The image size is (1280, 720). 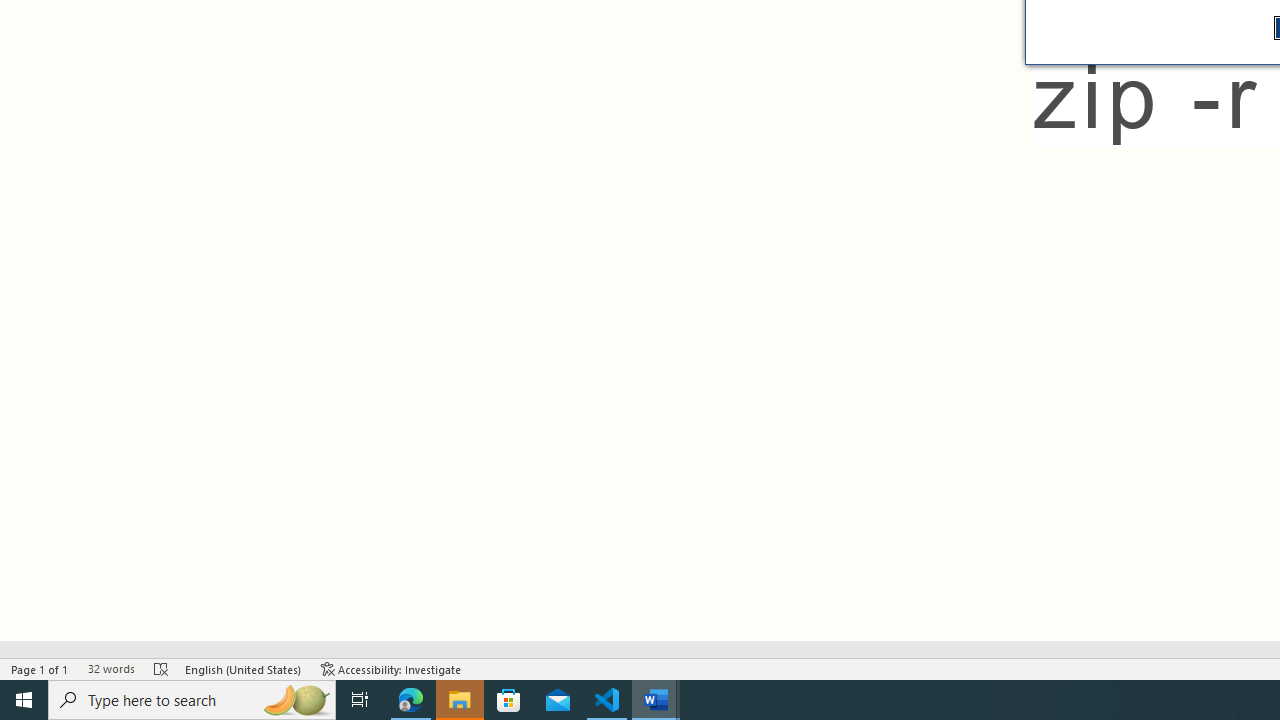 What do you see at coordinates (410, 698) in the screenshot?
I see `'Microsoft Edge - 1 running window'` at bounding box center [410, 698].